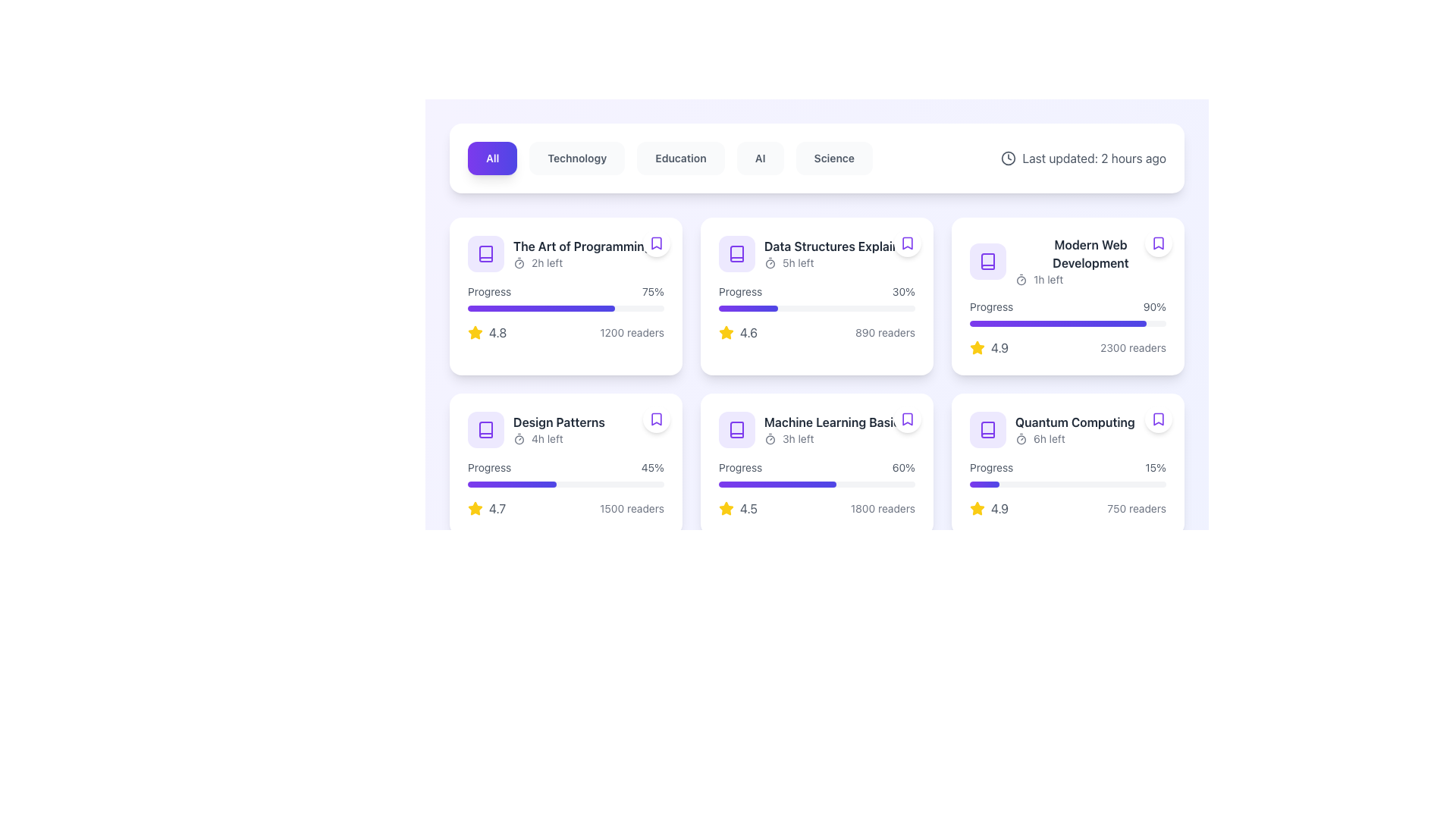 The width and height of the screenshot is (1456, 819). Describe the element at coordinates (512, 485) in the screenshot. I see `the progress visually of the progress bar fill component, which is a gradient fill from violet to indigo, indicating 45% progress in the 'Design Patterns' section` at that location.